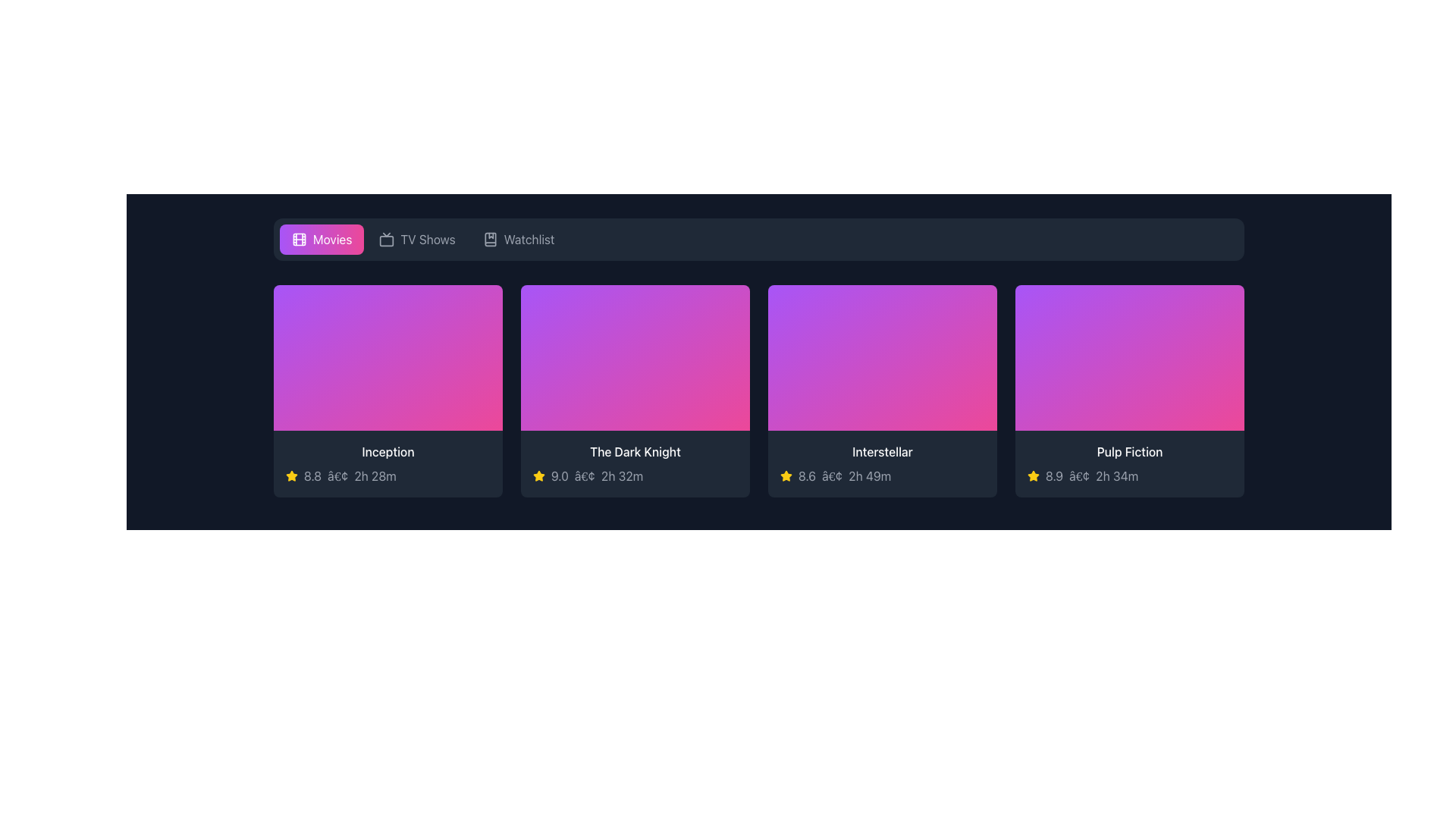 This screenshot has width=1456, height=819. What do you see at coordinates (375, 475) in the screenshot?
I see `the static text displaying the movie duration for 'Inception', located in the bottom-left corner of the movie metadata card` at bounding box center [375, 475].